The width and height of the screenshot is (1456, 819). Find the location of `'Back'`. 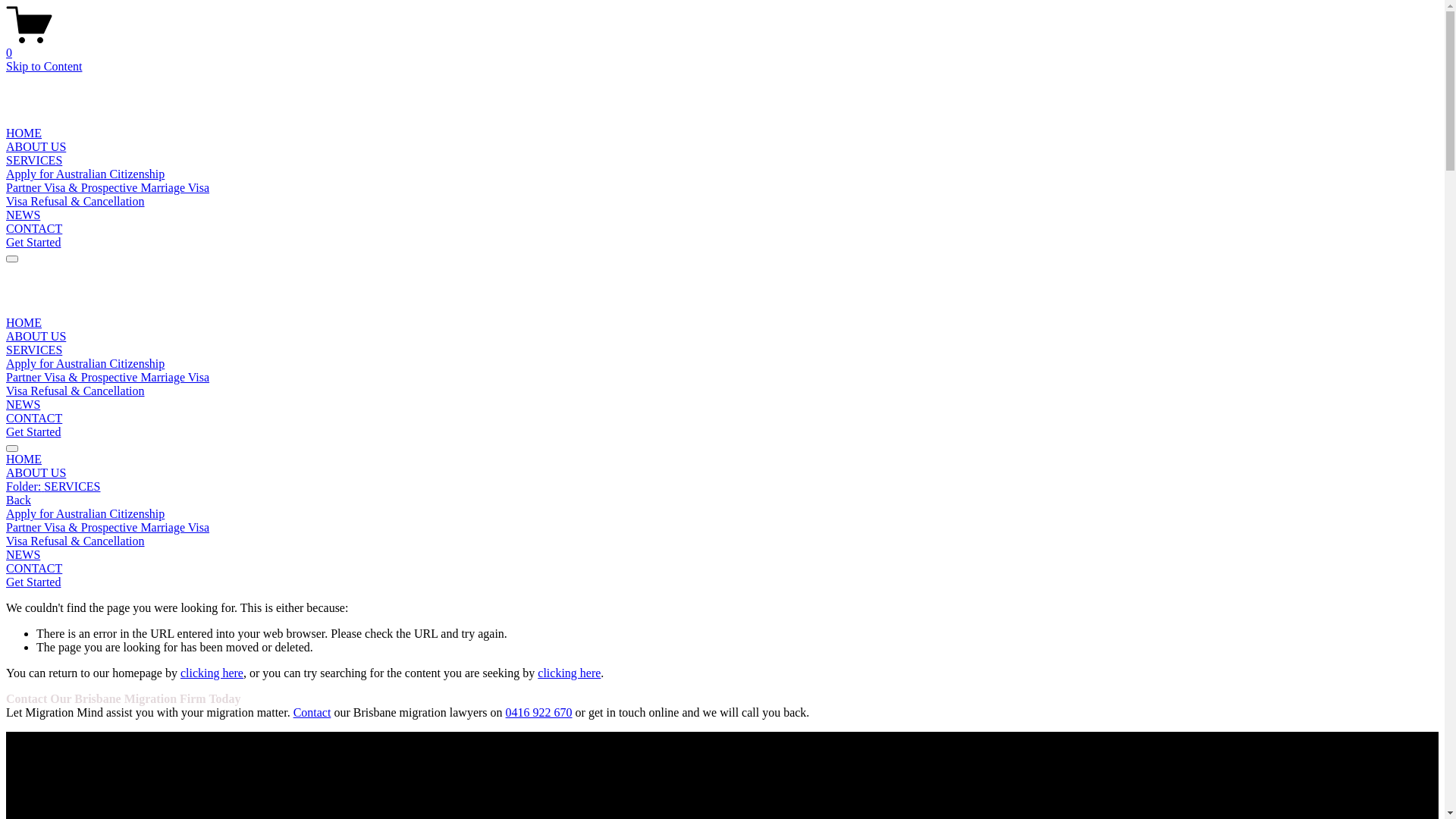

'Back' is located at coordinates (18, 500).